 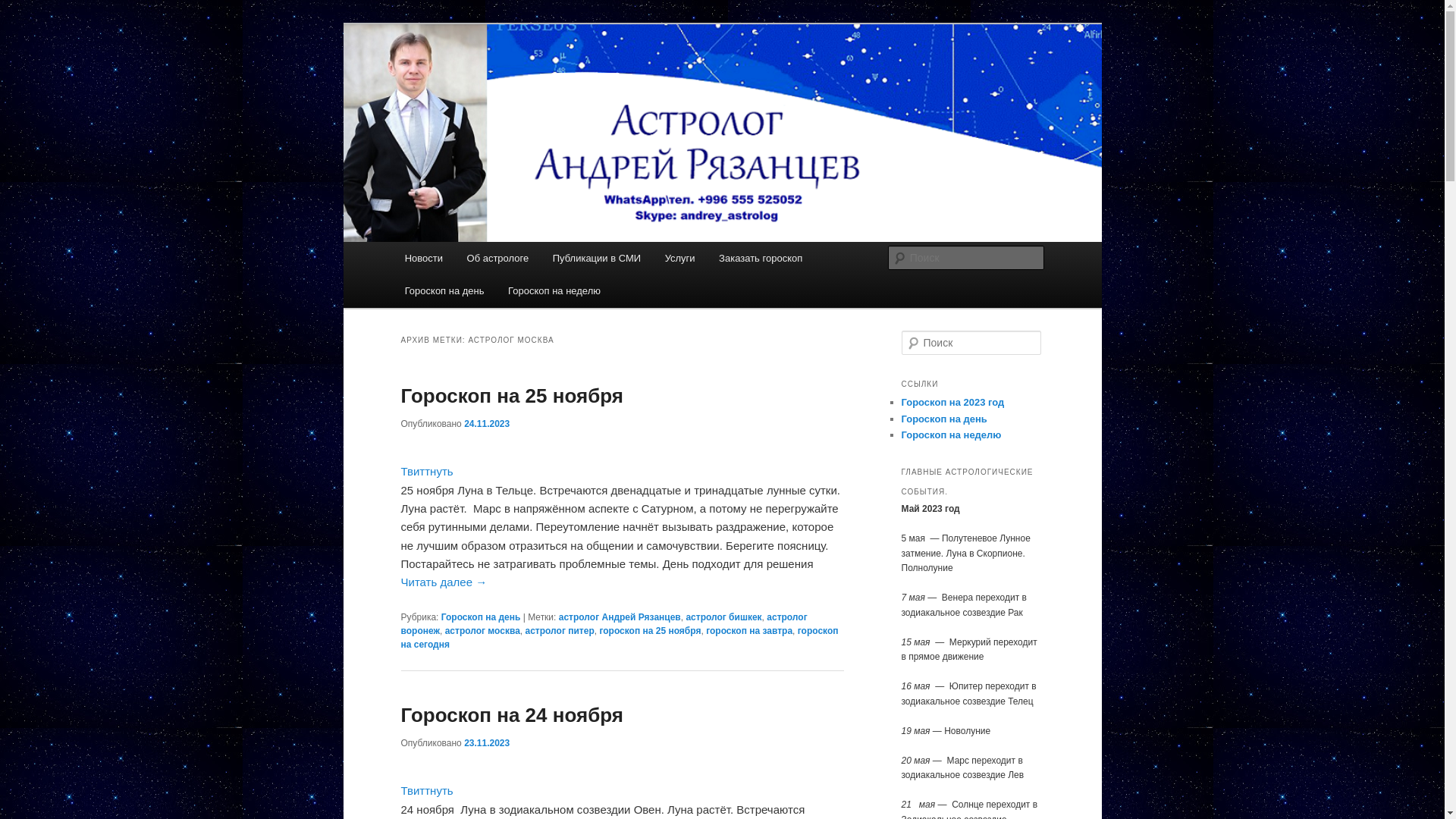 I want to click on '24.11.2023', so click(x=487, y=424).